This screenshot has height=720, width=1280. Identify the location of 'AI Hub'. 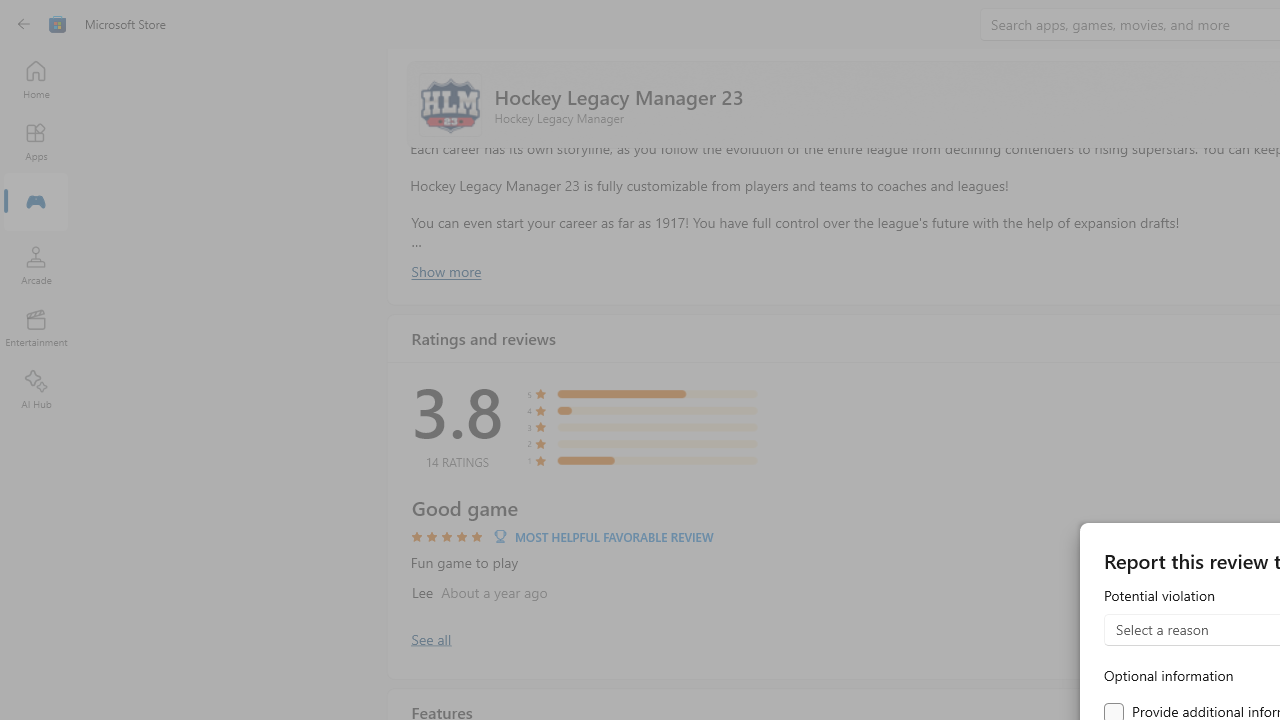
(35, 390).